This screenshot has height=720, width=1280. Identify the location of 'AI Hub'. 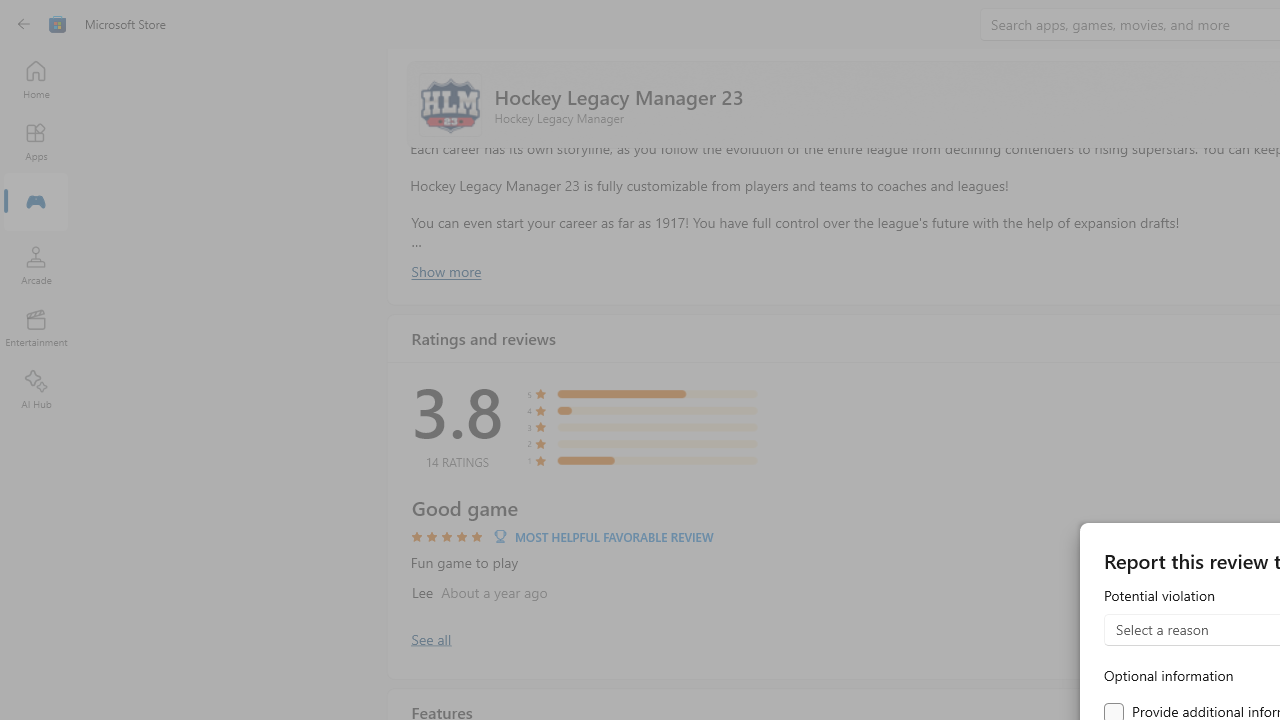
(35, 390).